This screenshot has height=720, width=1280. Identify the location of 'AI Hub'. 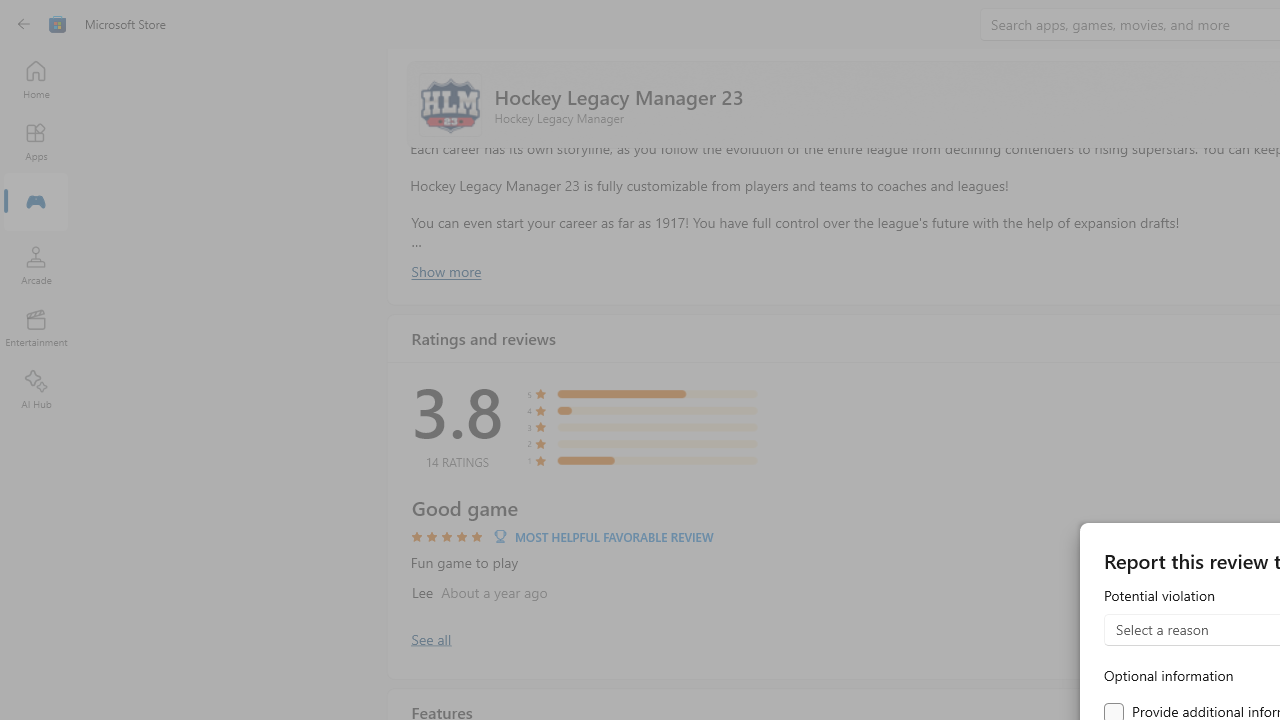
(35, 390).